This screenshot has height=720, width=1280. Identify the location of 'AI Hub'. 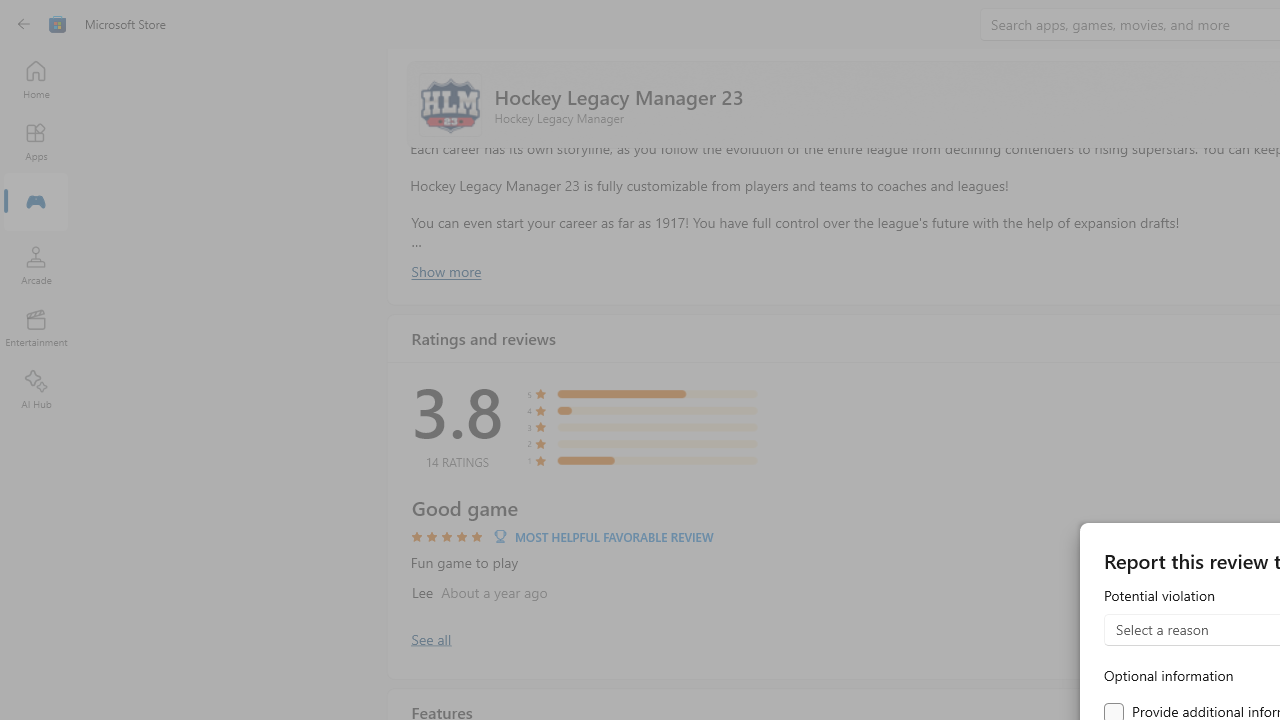
(35, 390).